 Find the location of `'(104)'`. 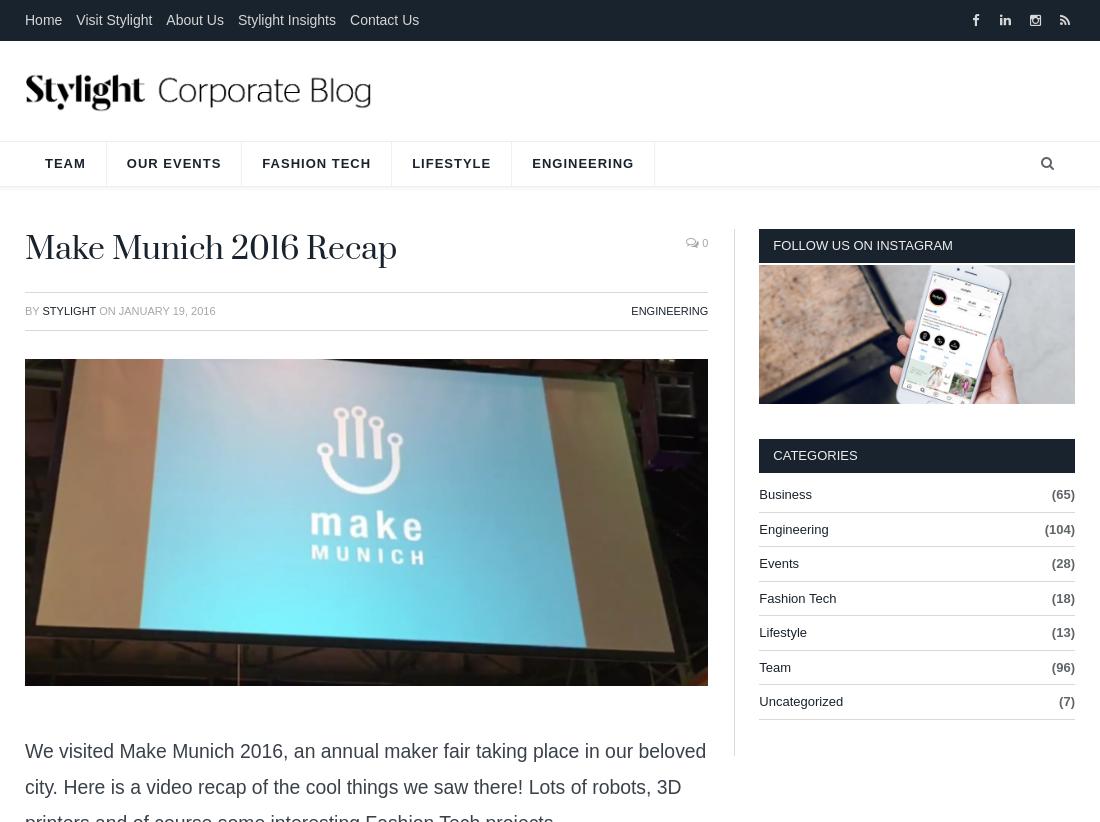

'(104)' is located at coordinates (1058, 527).